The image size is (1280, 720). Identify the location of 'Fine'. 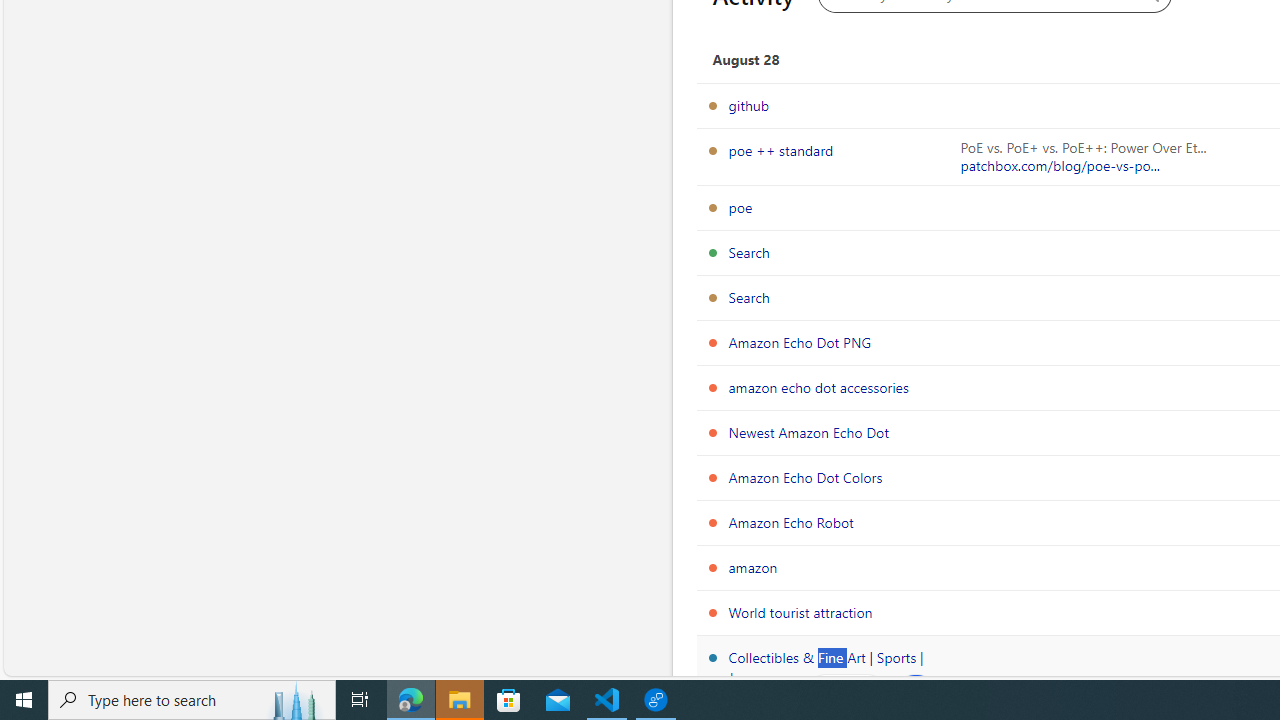
(846, 694).